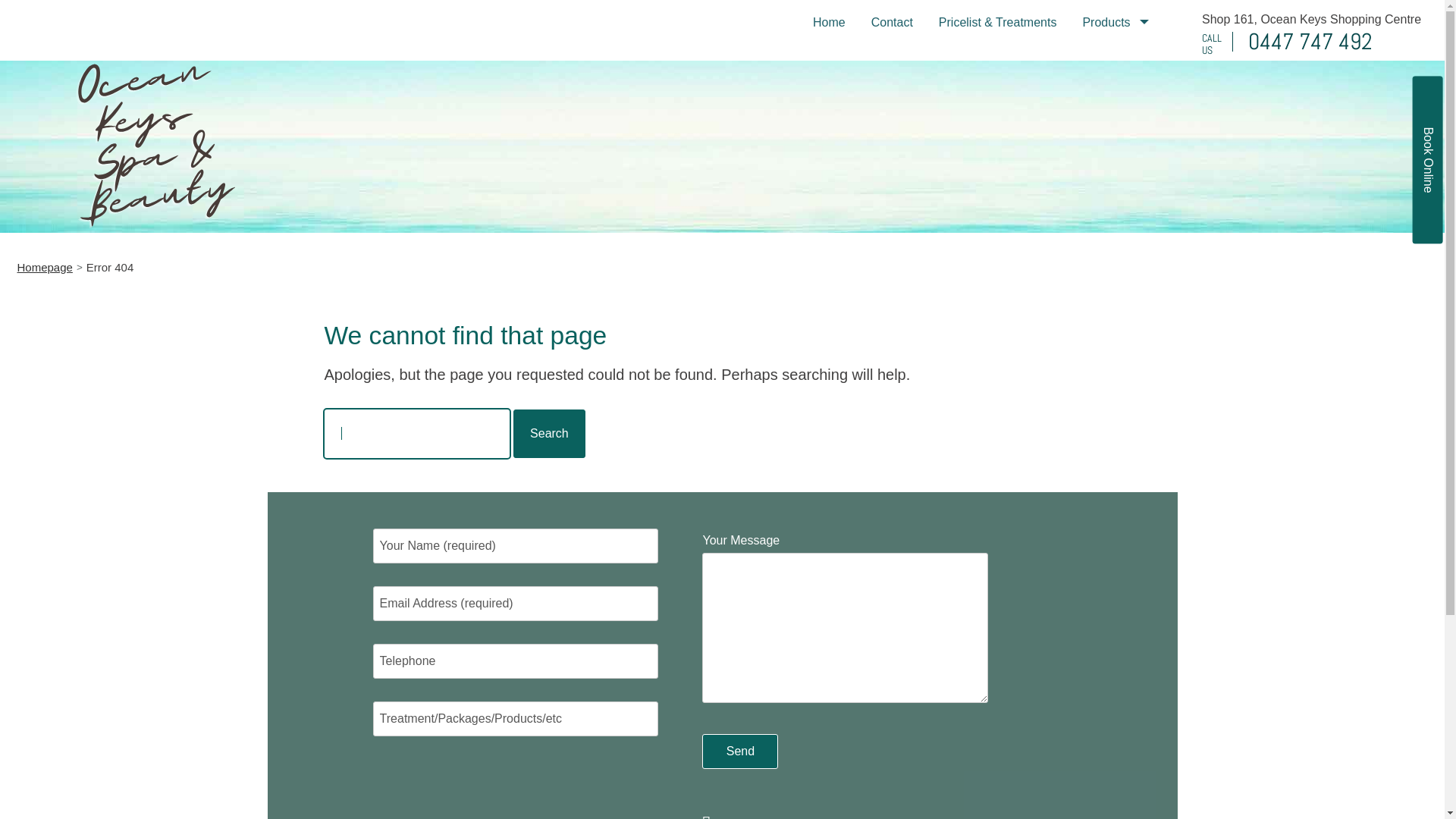 This screenshot has height=819, width=1456. I want to click on 'Homepage', so click(44, 266).